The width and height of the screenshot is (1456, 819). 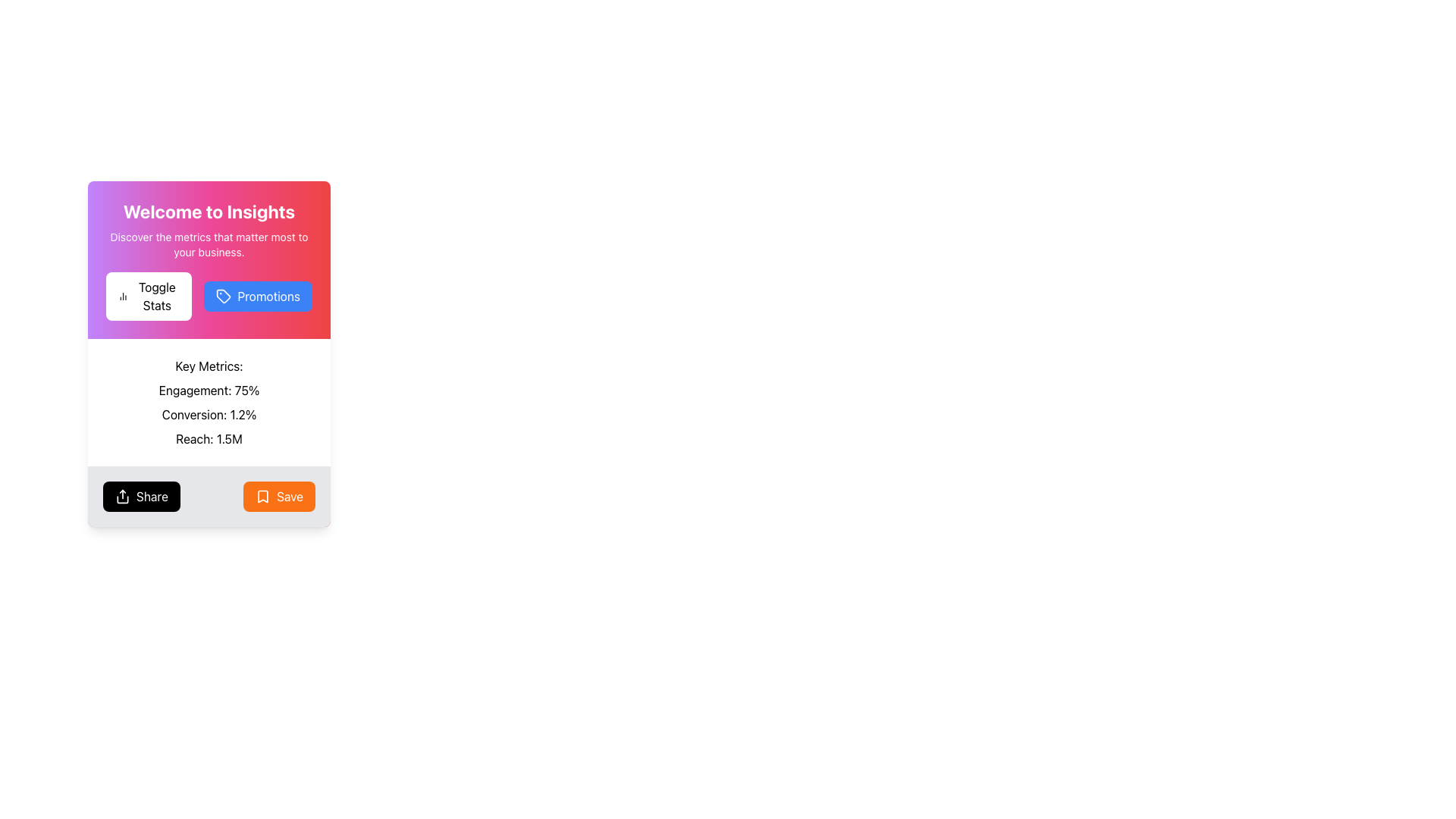 What do you see at coordinates (258, 296) in the screenshot?
I see `the 'Promotions' button located to the right of the 'Toggle Stats' button, below the 'Welcome to Insights' heading` at bounding box center [258, 296].